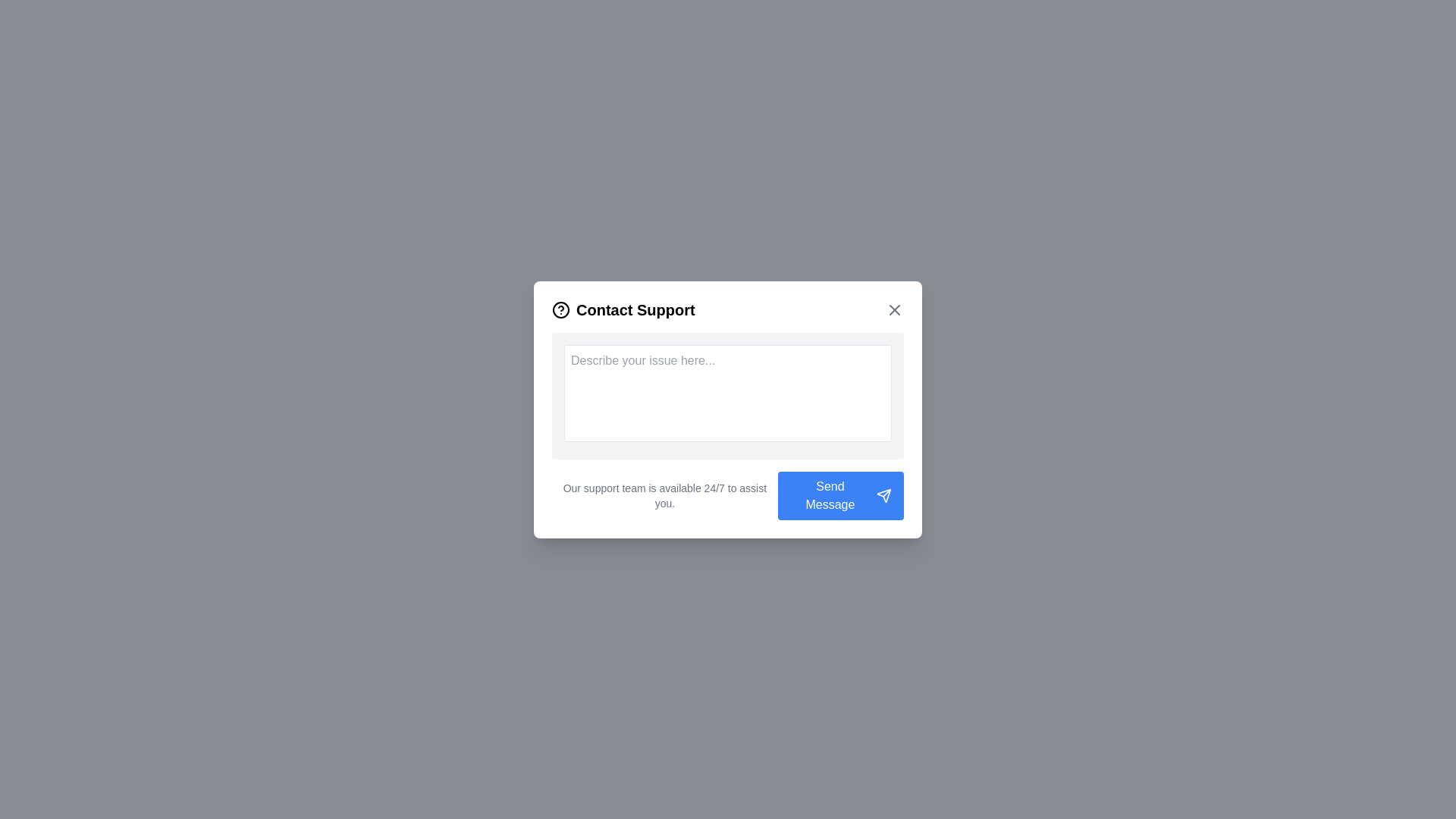 This screenshot has height=819, width=1456. What do you see at coordinates (560, 309) in the screenshot?
I see `the decorative SVG Circle Element located at the center of the support contact modal` at bounding box center [560, 309].